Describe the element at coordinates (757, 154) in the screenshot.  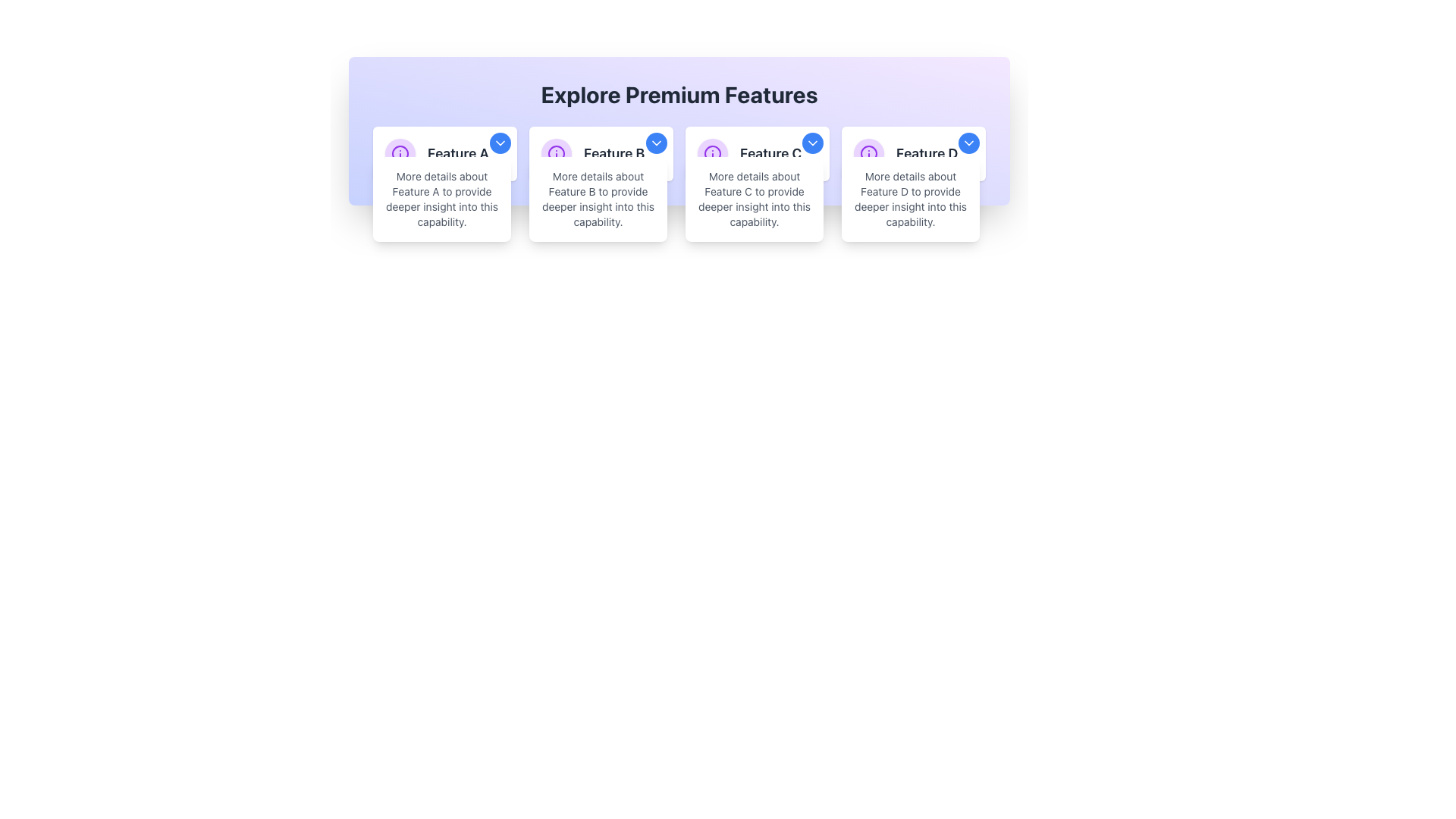
I see `the Feature Card, which is the third card from the left in a grid of four items, displaying a purple-bordered icon and bold text 'Feature C'` at that location.